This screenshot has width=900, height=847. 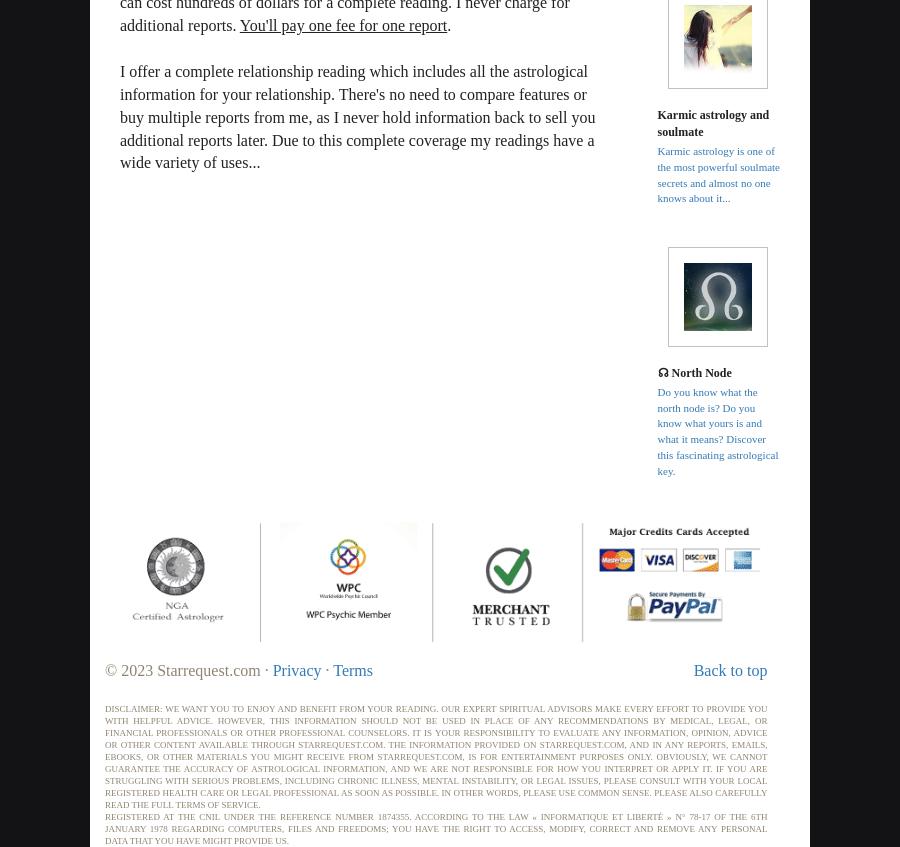 I want to click on 'I offer a complete relationship reading which includes all the astrological information for your relationship.

There's no need to compare features or buy multiple reports from me, as I never hold information back to sell you additional reports later. Due to this complete coverage my readings have a wide variety of uses...', so click(x=357, y=116).